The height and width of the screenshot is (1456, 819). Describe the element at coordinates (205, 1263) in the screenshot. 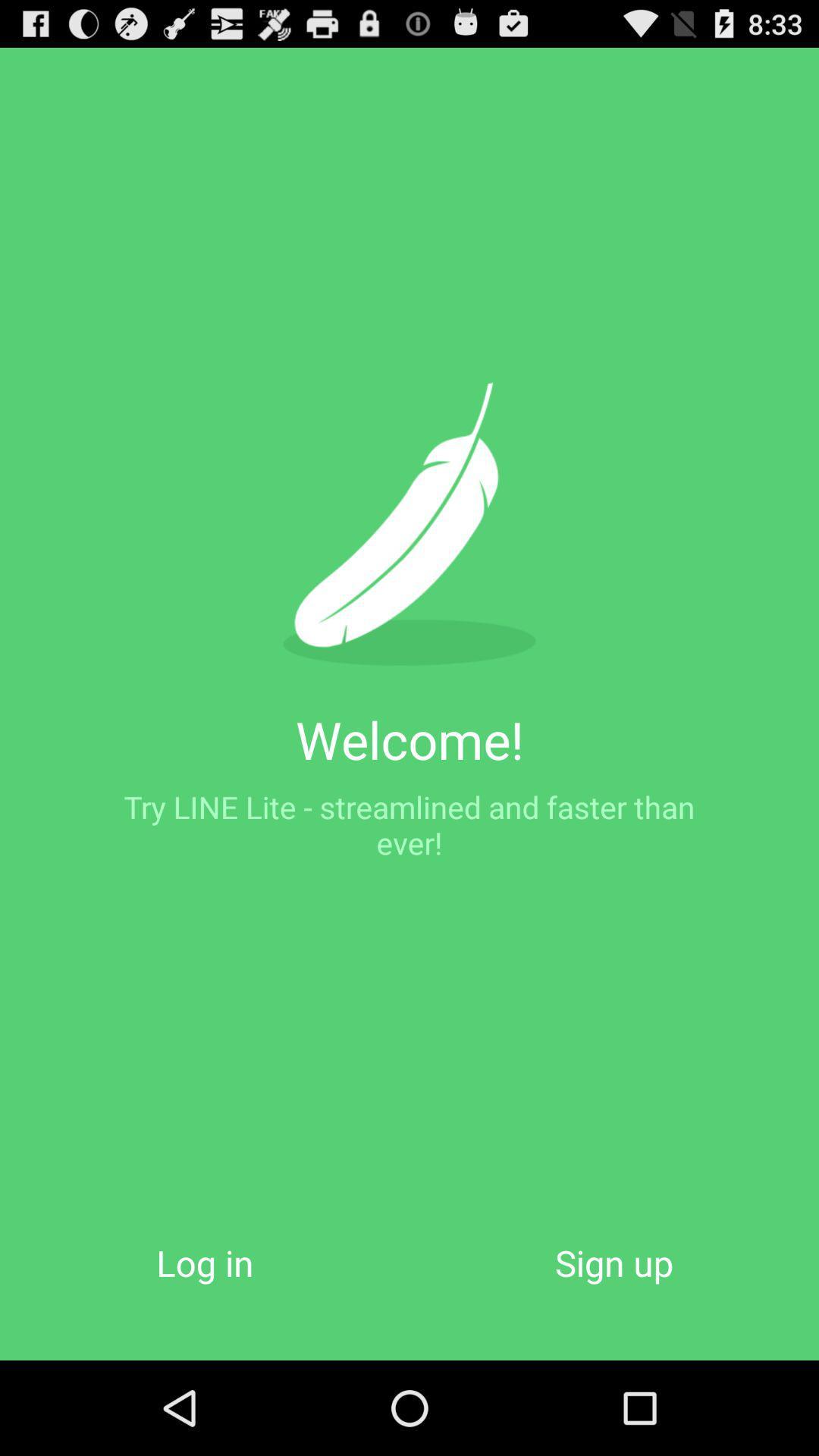

I see `the icon next to sign up item` at that location.